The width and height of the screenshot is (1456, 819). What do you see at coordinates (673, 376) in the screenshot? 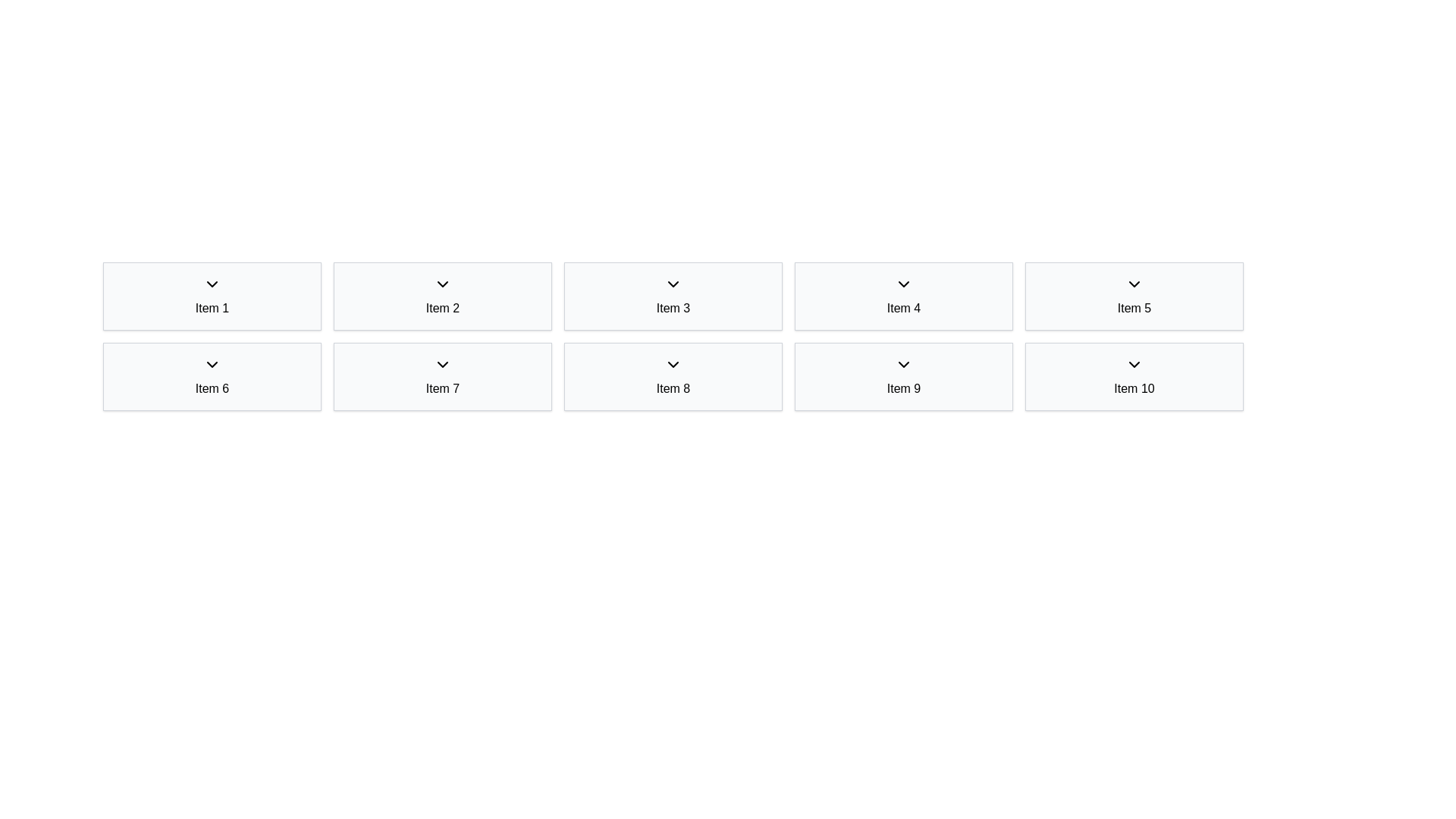
I see `the Grid Item located in the second row and third position, which corresponds to 'Item 8'` at bounding box center [673, 376].